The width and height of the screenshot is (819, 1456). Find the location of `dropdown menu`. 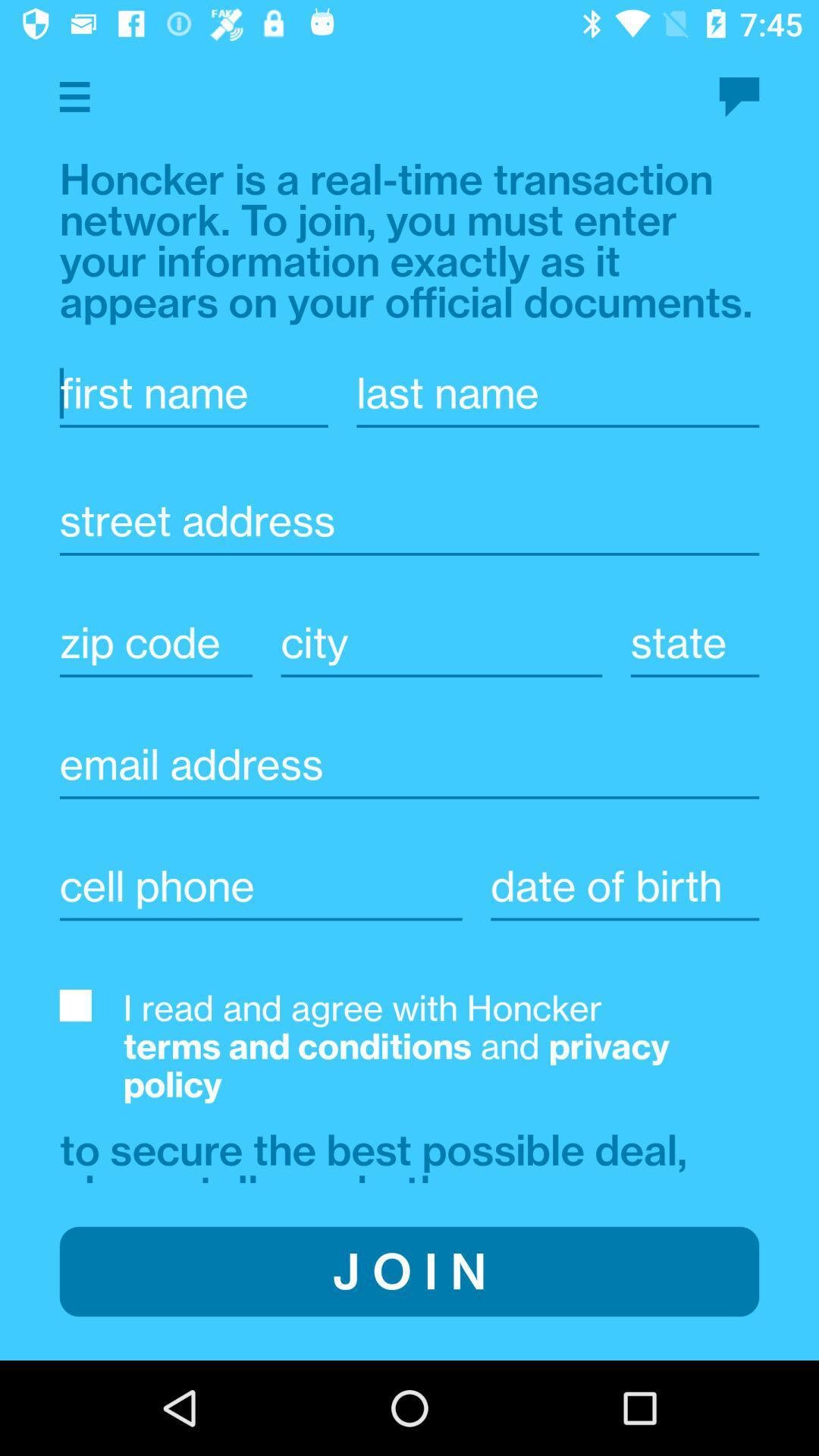

dropdown menu is located at coordinates (74, 96).